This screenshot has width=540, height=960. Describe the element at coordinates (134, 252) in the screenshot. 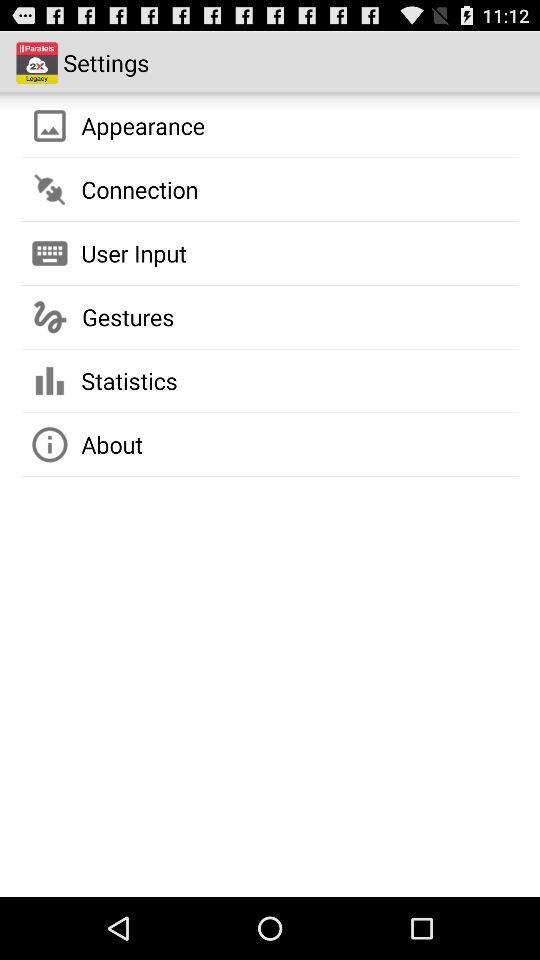

I see `app above gestures` at that location.